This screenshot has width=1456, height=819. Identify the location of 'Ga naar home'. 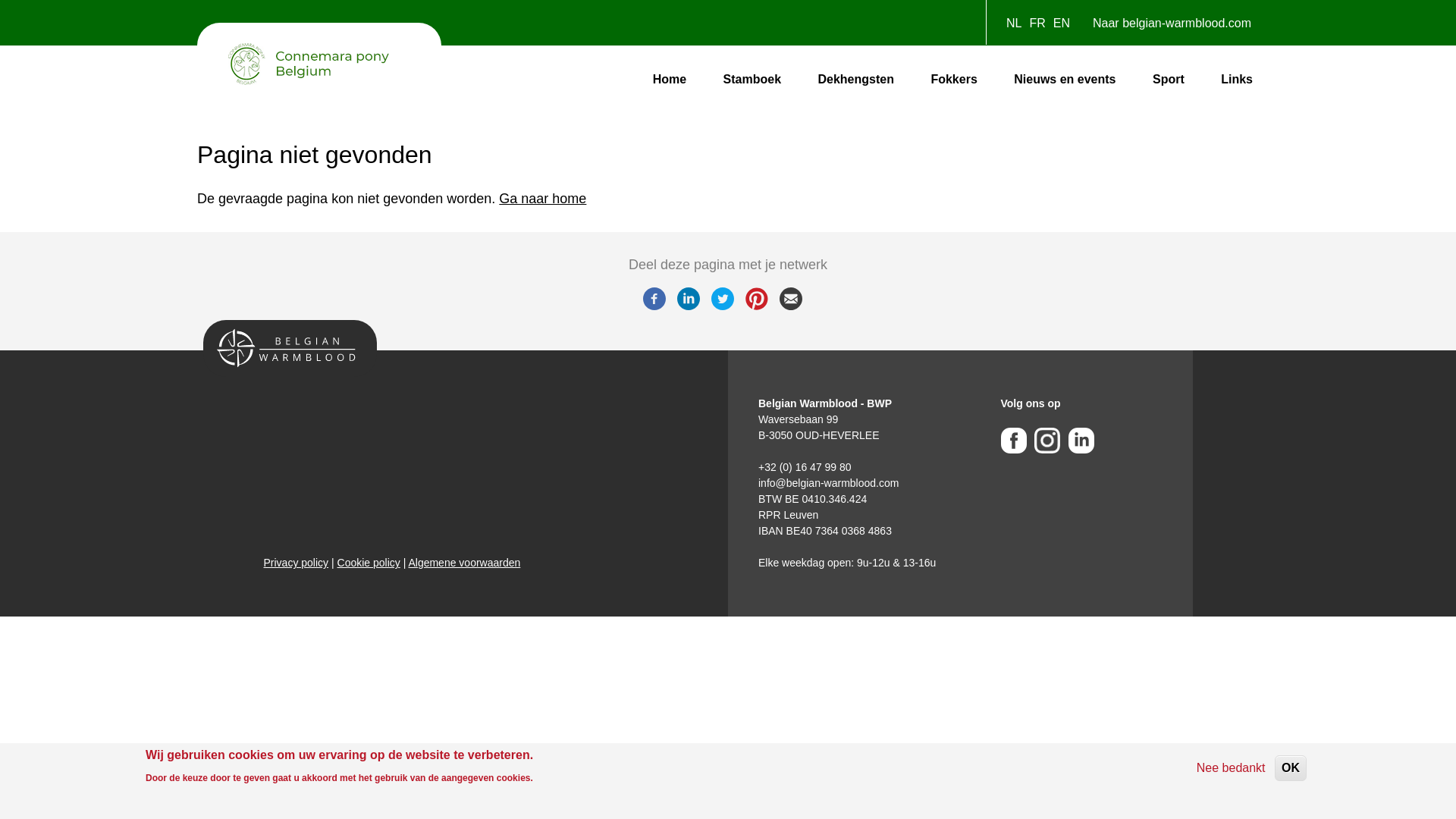
(542, 198).